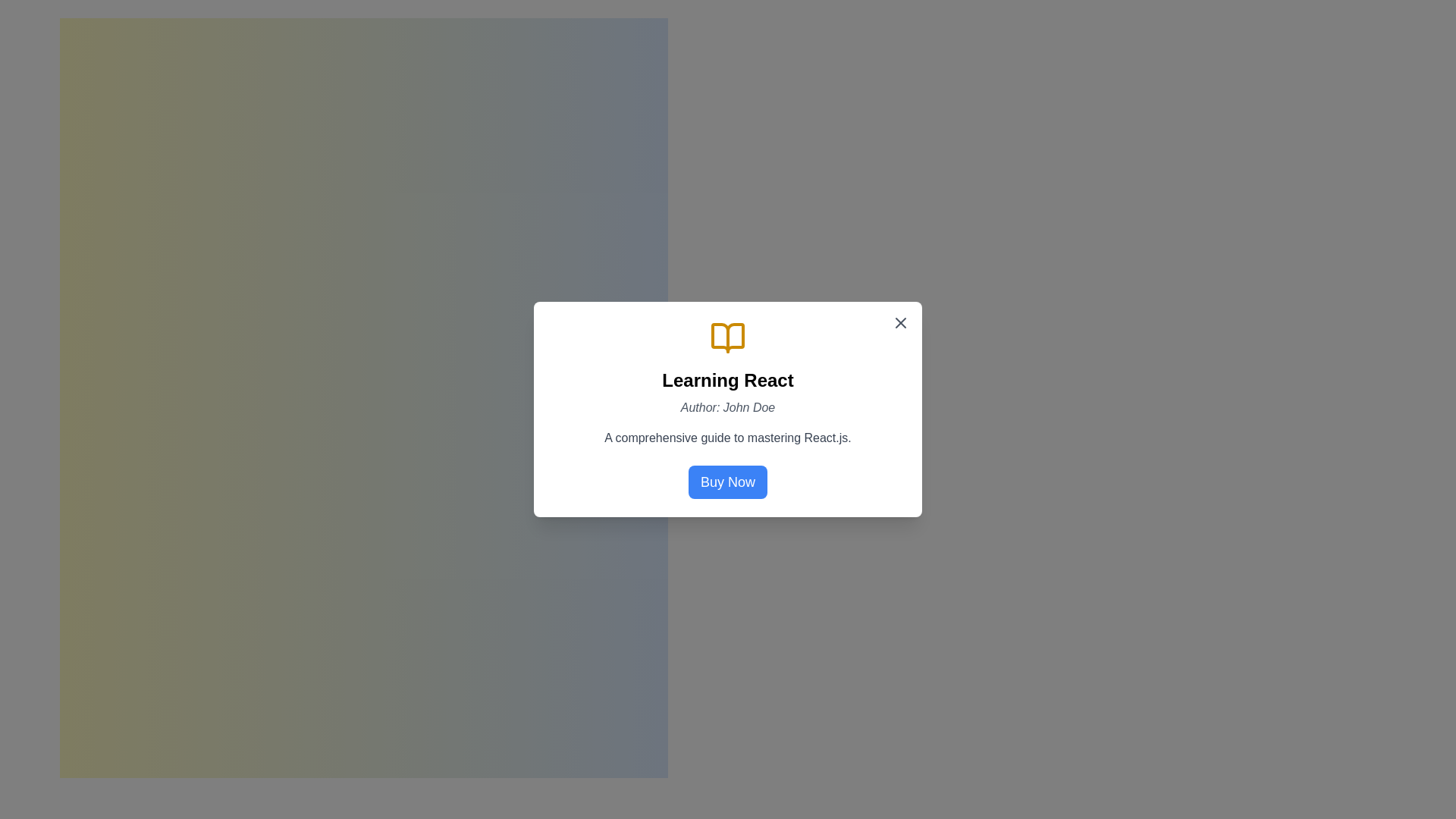 The width and height of the screenshot is (1456, 819). Describe the element at coordinates (901, 322) in the screenshot. I see `the close icon button (X) located in the top-right corner of the white modal window` at that location.